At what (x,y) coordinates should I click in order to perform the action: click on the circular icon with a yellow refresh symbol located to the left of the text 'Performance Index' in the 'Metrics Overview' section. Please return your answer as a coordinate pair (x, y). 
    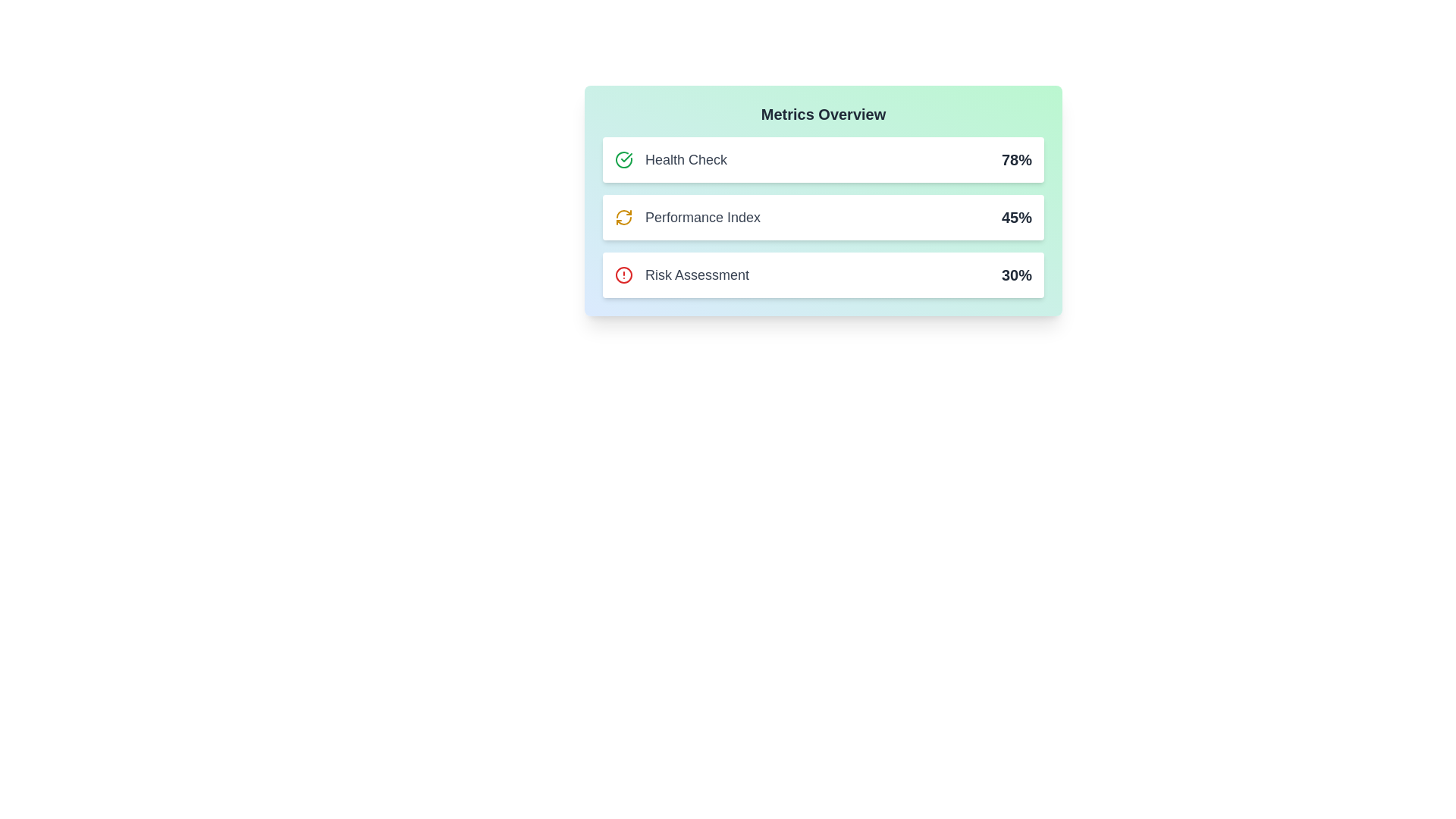
    Looking at the image, I should click on (623, 217).